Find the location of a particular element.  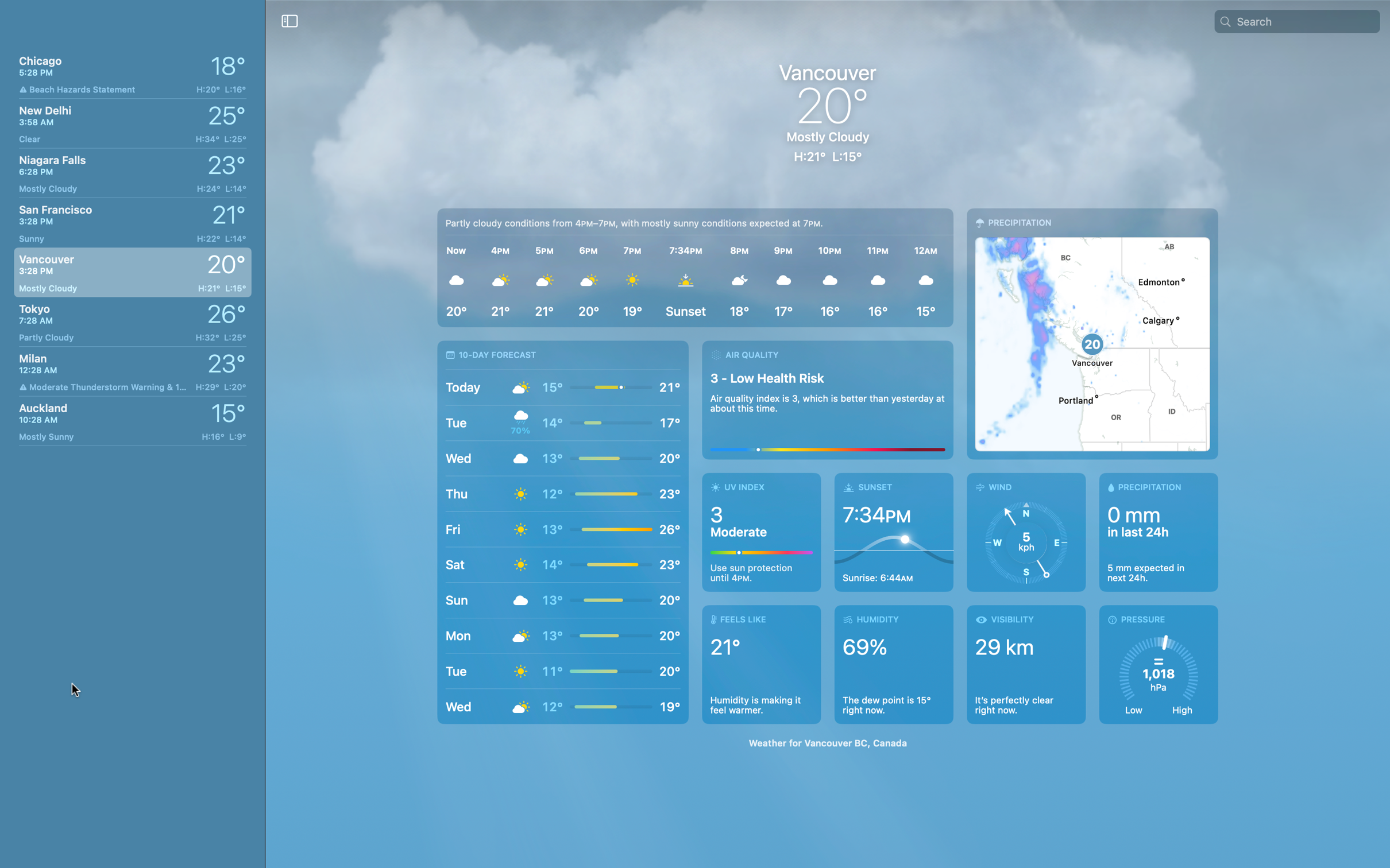

Explore about the UV index in Vancouver today is located at coordinates (762, 532).